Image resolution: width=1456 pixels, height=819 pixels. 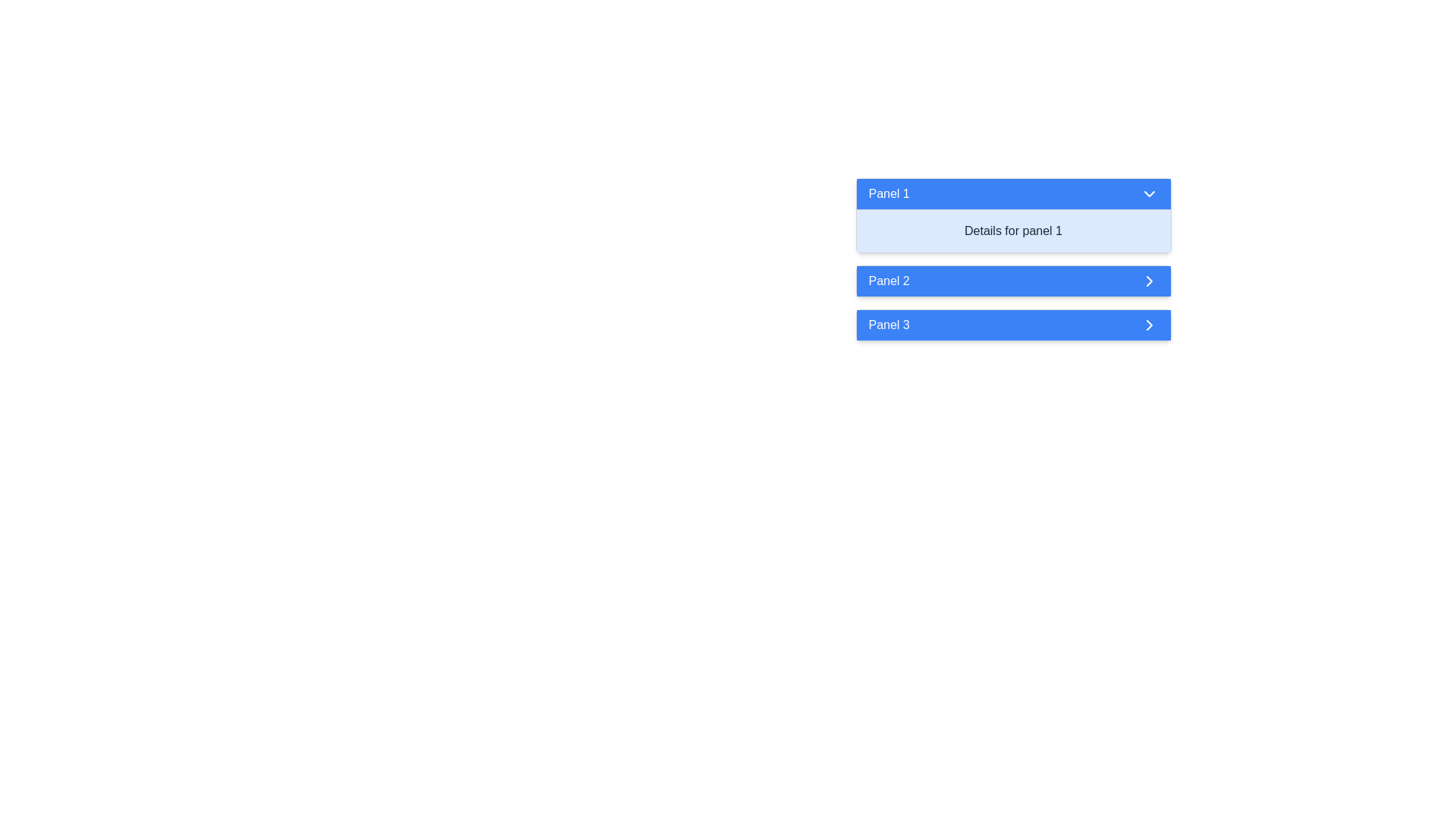 I want to click on the arrow icon located on the right side of the 'Panel 3' interactive button, so click(x=1149, y=324).